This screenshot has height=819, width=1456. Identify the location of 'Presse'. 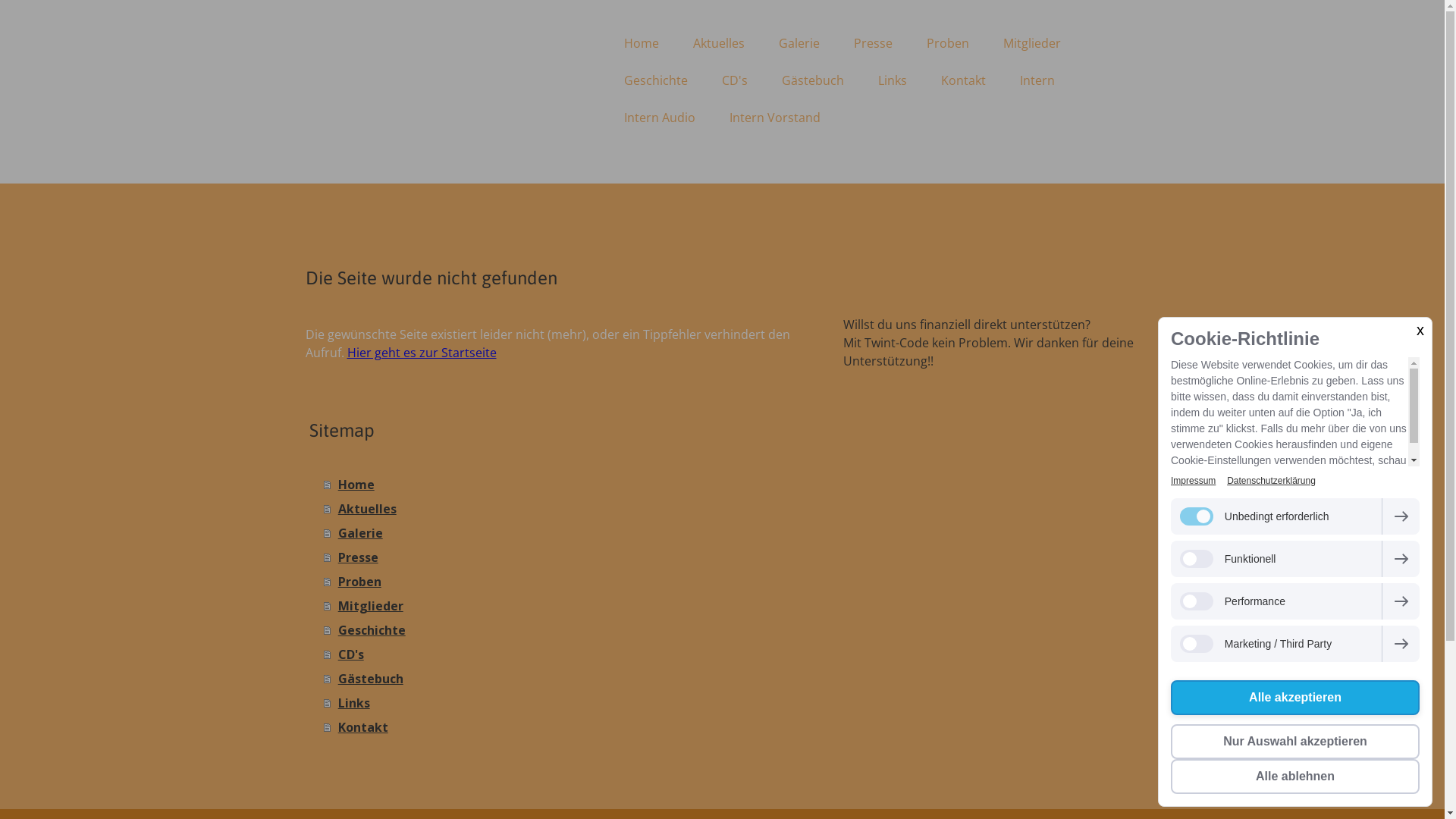
(873, 42).